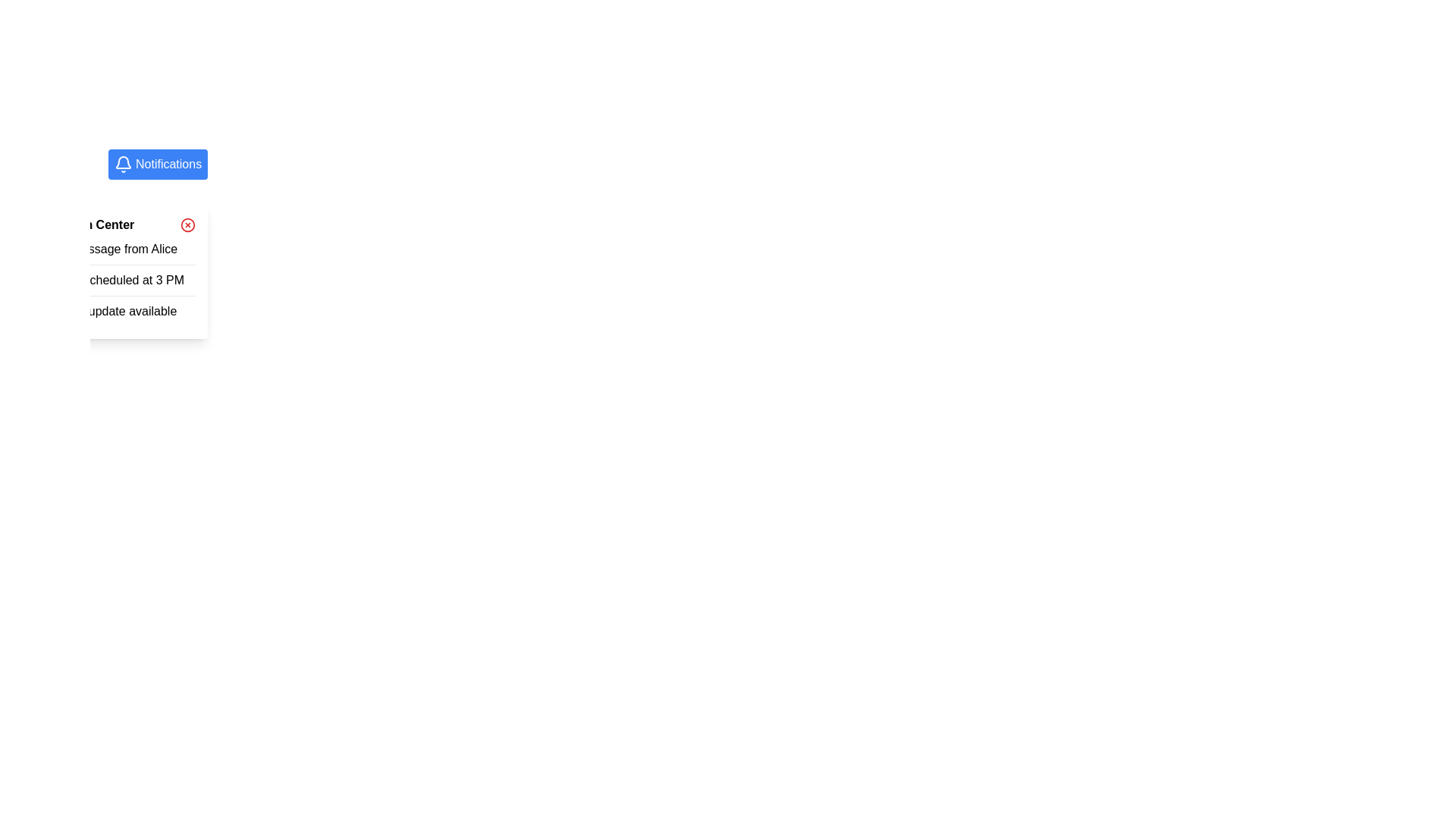 The height and width of the screenshot is (819, 1456). I want to click on the blue 'Notifications' button with a white bell icon, so click(158, 164).